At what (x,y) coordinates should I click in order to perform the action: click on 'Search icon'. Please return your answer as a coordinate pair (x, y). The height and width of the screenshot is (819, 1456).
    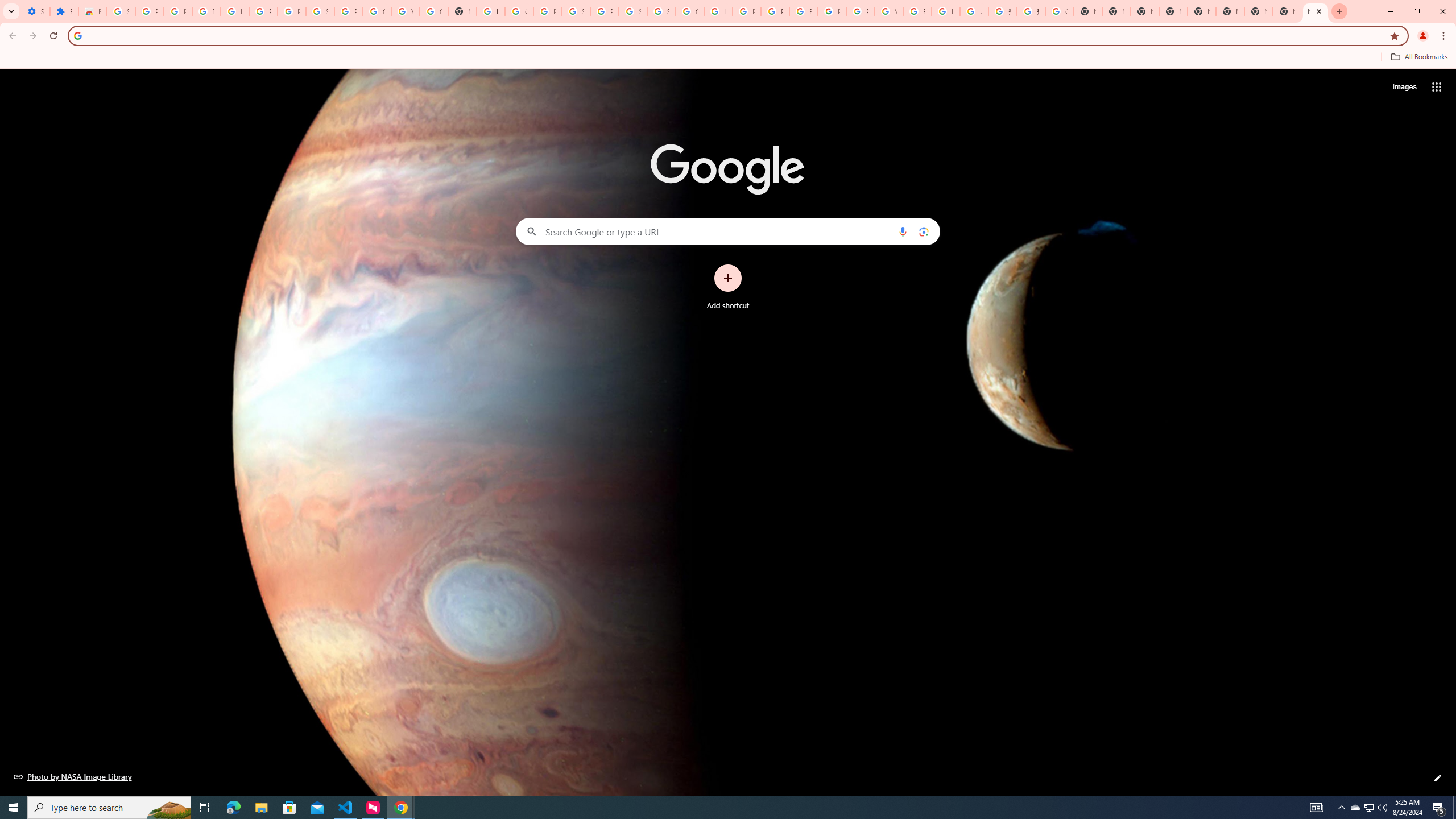
    Looking at the image, I should click on (77, 35).